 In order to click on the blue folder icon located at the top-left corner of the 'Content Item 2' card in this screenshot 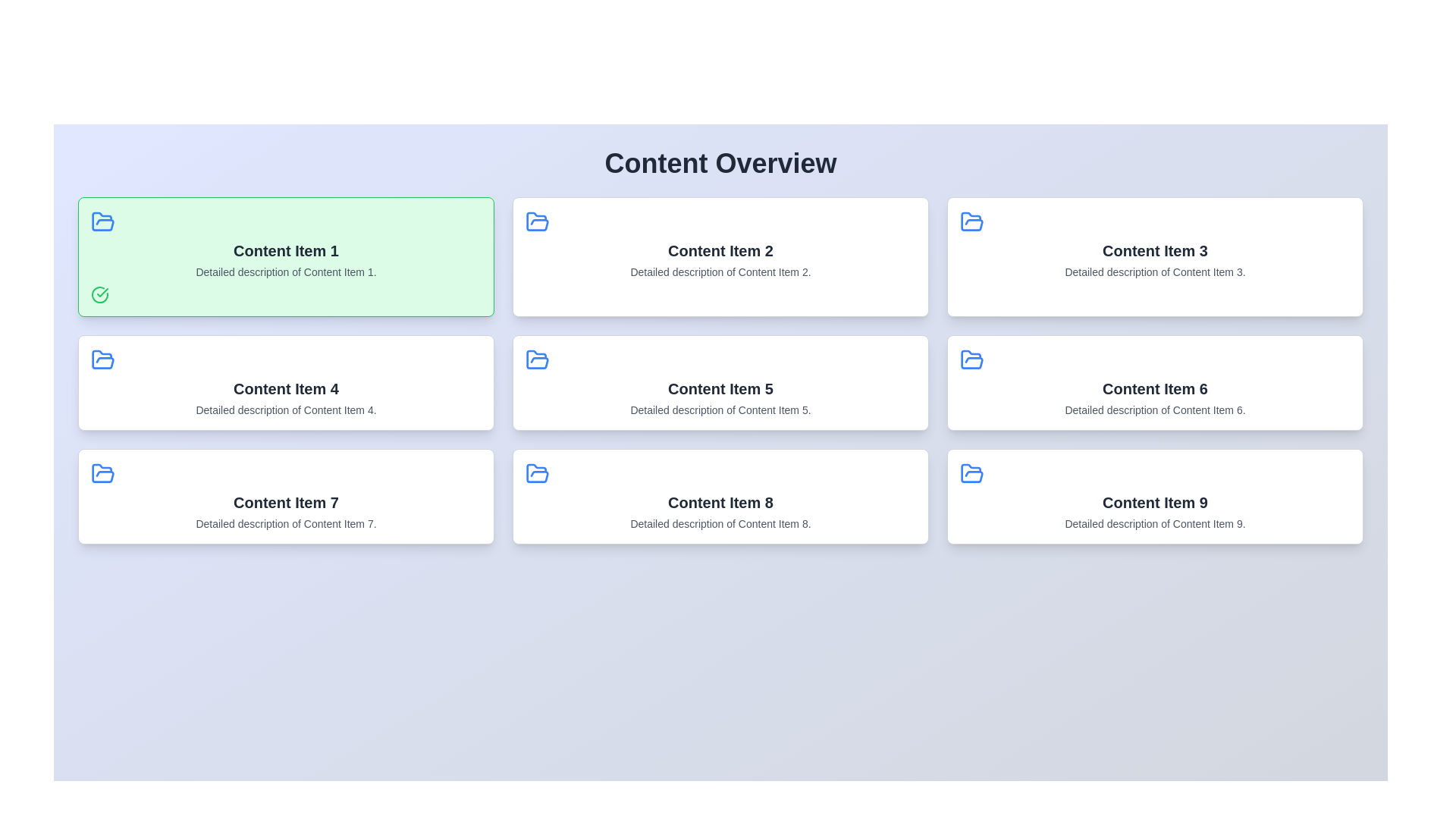, I will do `click(538, 222)`.